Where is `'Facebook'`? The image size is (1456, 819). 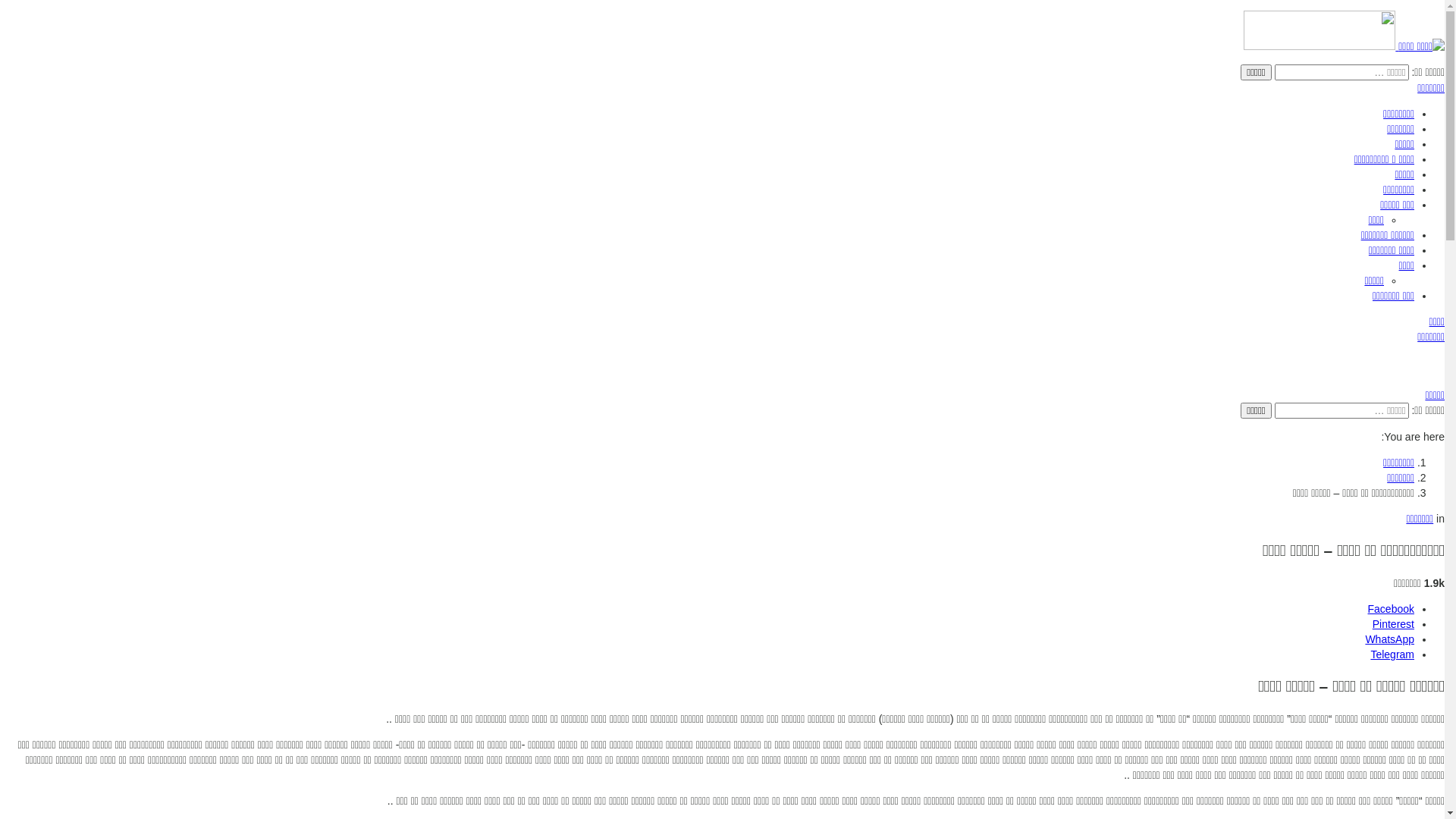
'Facebook' is located at coordinates (1391, 607).